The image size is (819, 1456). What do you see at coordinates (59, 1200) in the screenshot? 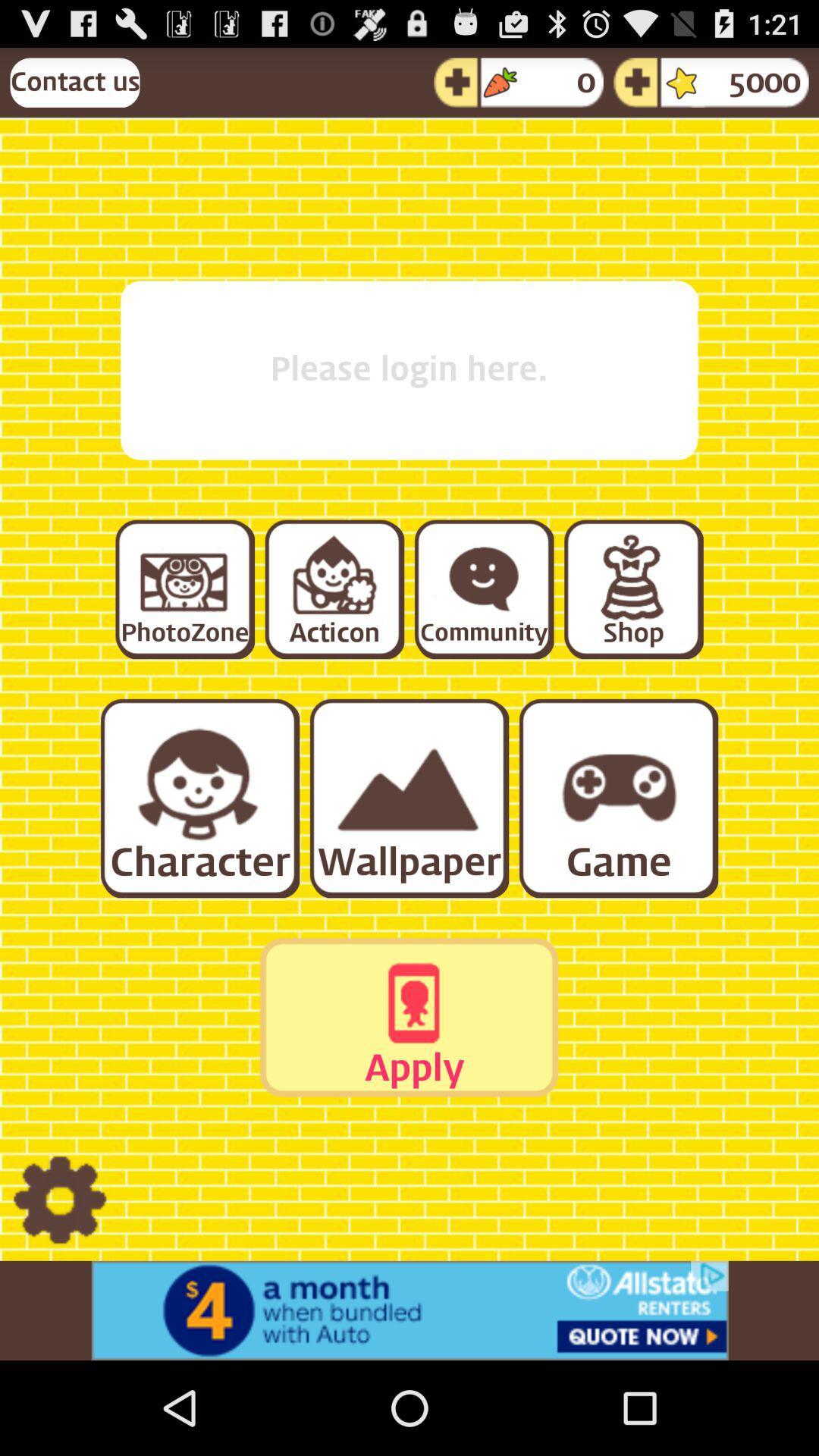
I see `settings` at bounding box center [59, 1200].